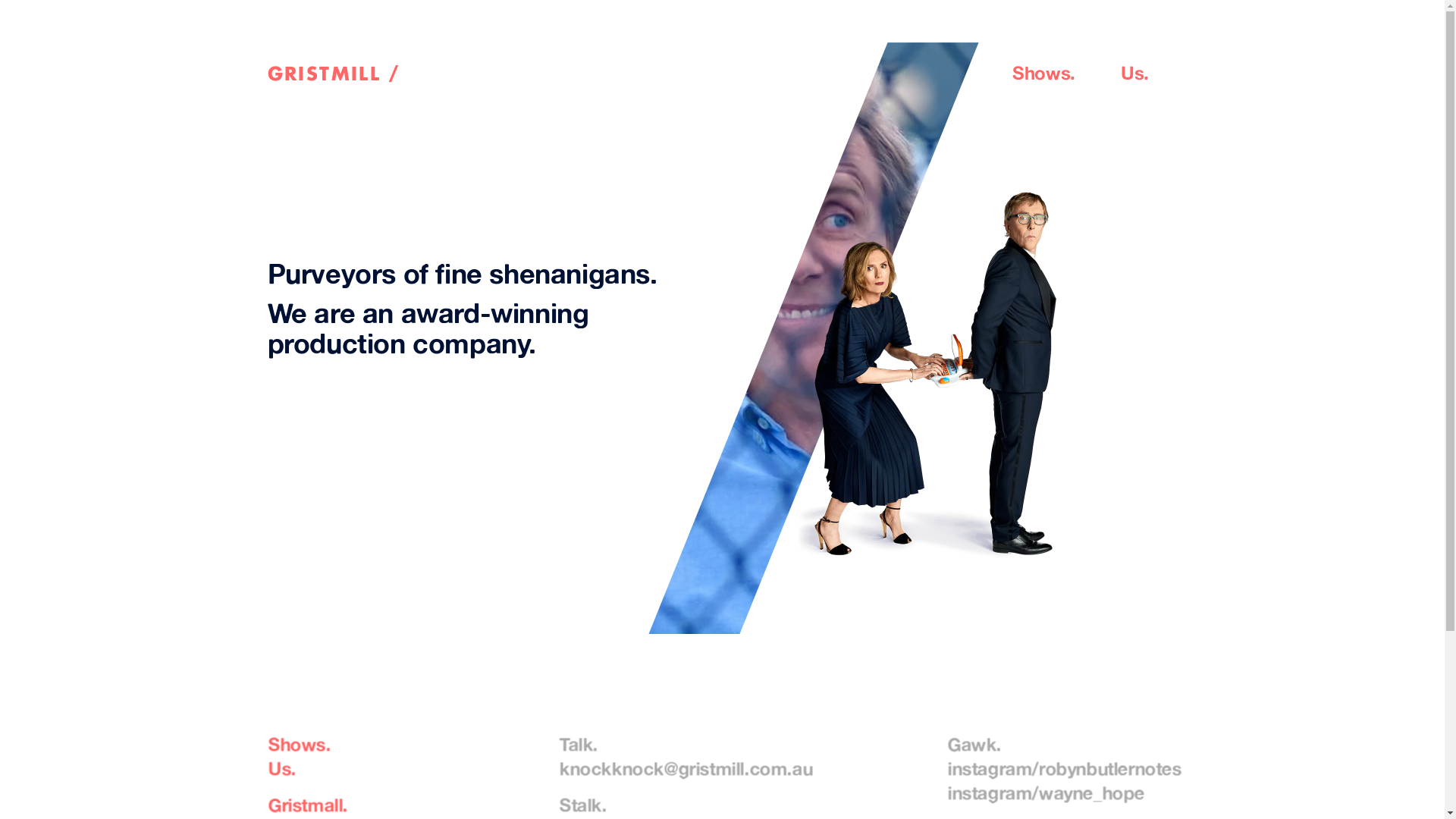  Describe the element at coordinates (684, 768) in the screenshot. I see `'knockknock@gristmill.com.au'` at that location.